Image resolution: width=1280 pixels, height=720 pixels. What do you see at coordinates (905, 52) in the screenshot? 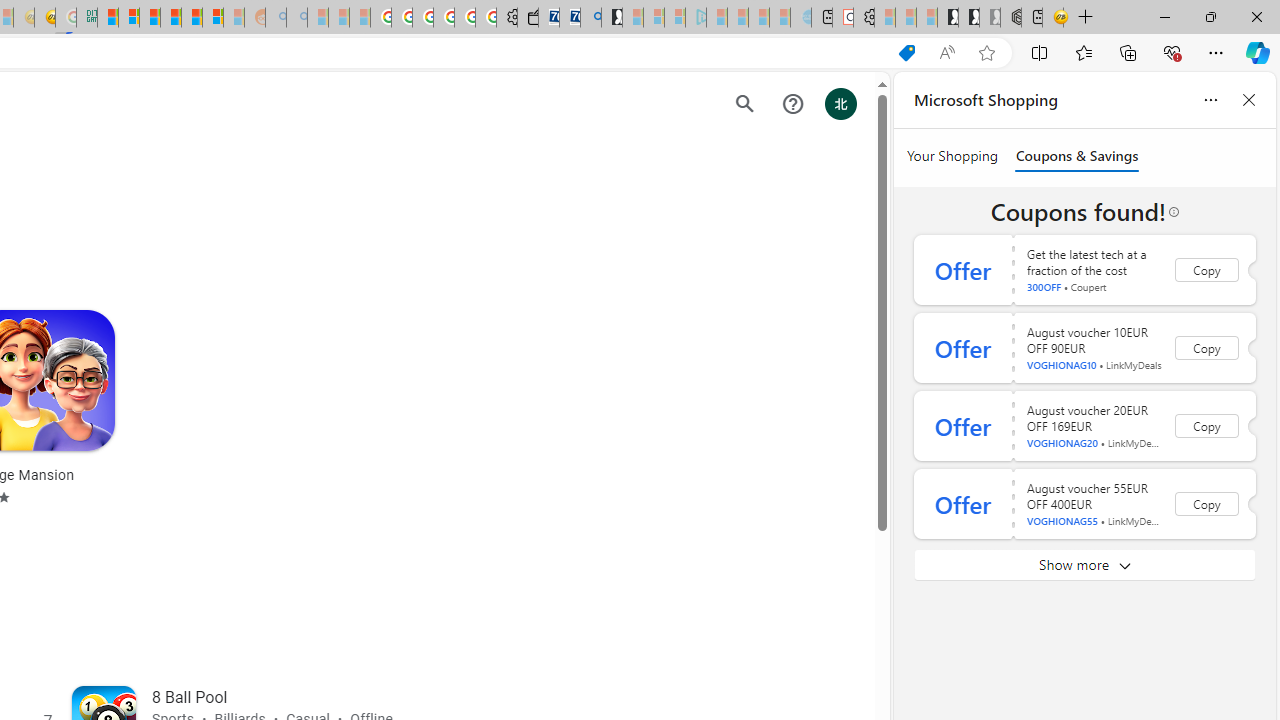
I see `'This site has coupons! Shopping in Microsoft Edge'` at bounding box center [905, 52].